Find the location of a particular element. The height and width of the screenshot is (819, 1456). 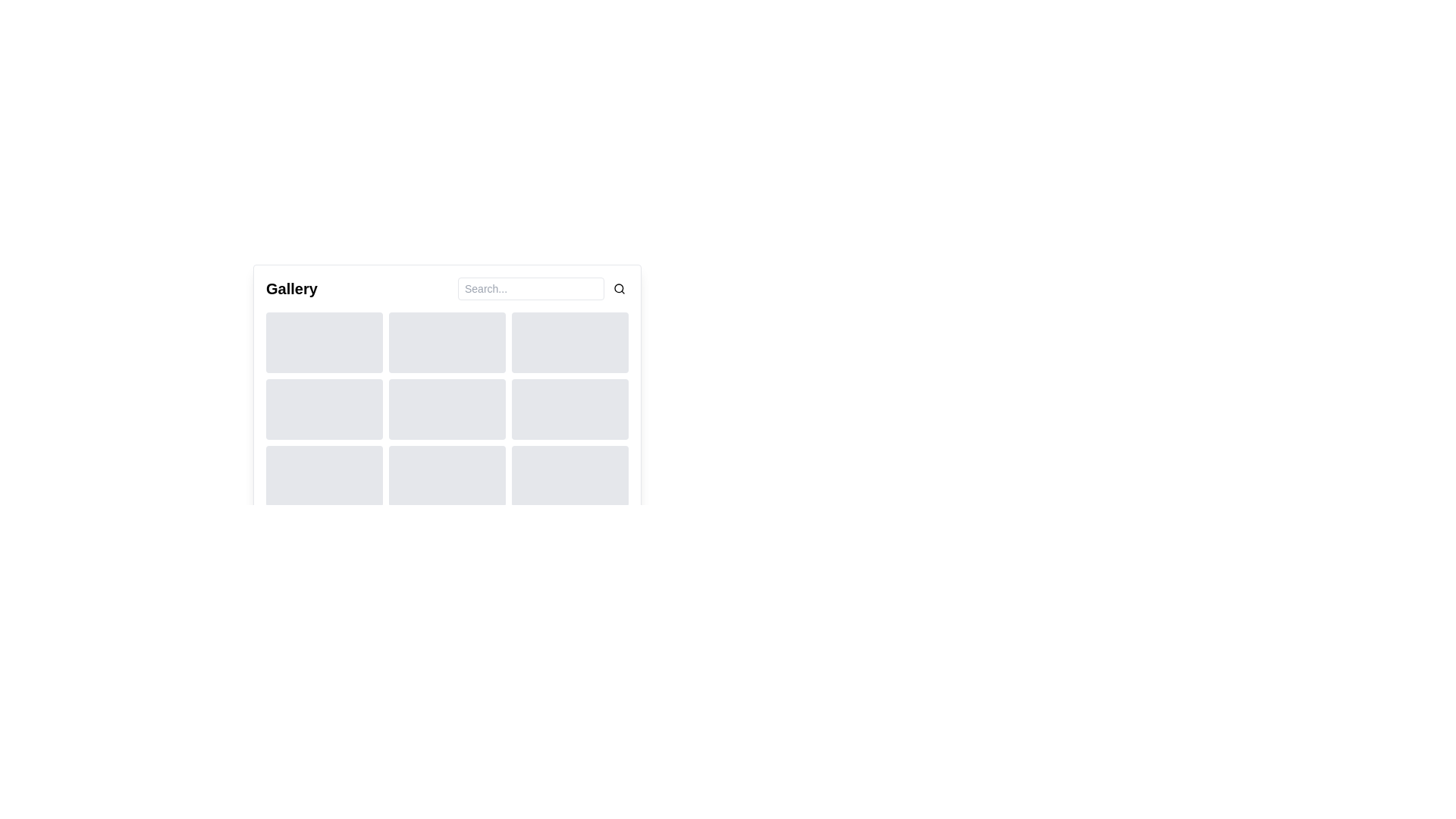

the rectangular box with rounded corners and light gray background located in the third column of the first row in a 3x3 grid layout is located at coordinates (570, 342).